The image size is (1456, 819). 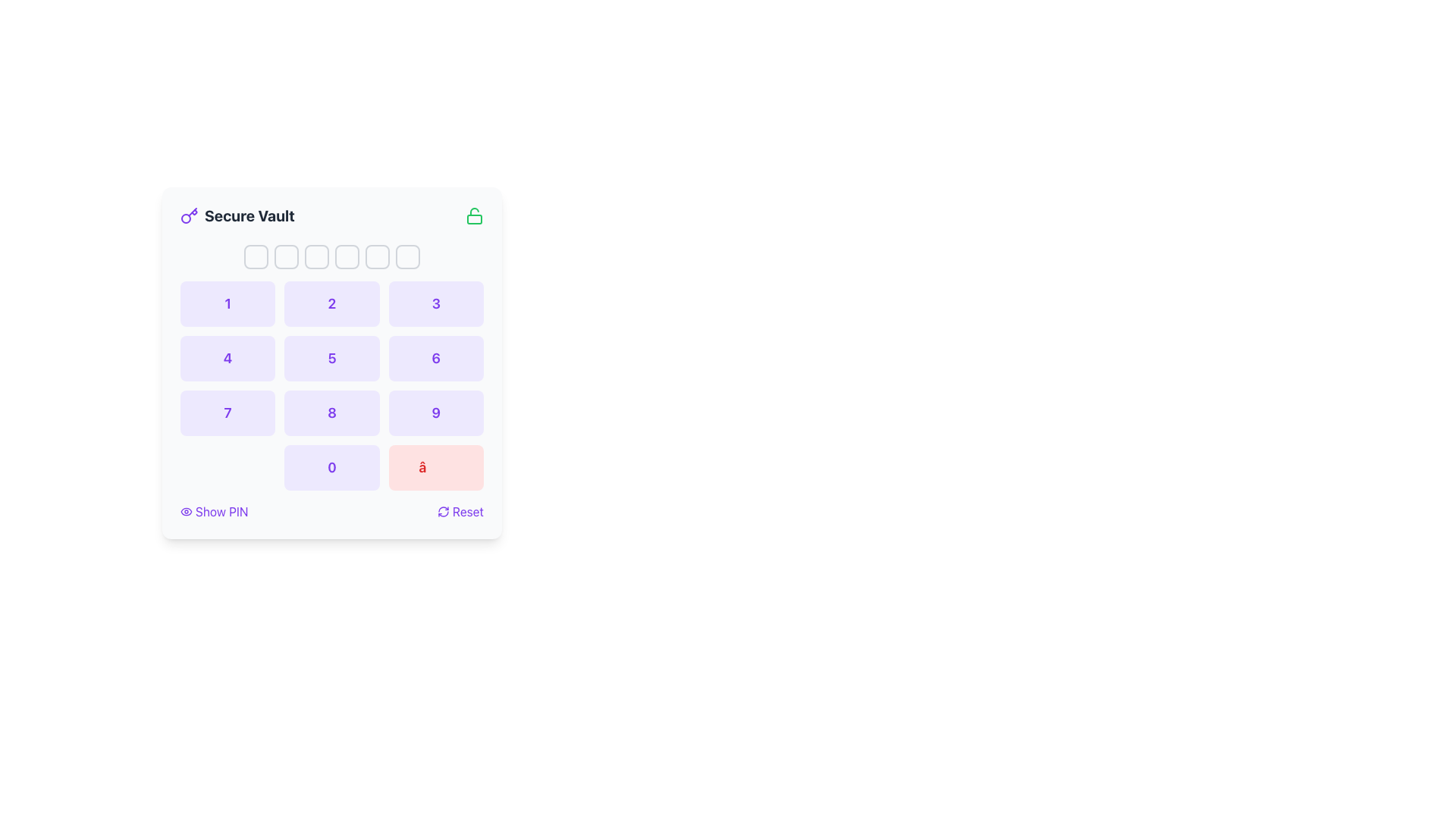 What do you see at coordinates (331, 304) in the screenshot?
I see `the light violet button labeled '2' located in the center of the top row of the grid in the 'Secure Vault' panel to input the digit` at bounding box center [331, 304].